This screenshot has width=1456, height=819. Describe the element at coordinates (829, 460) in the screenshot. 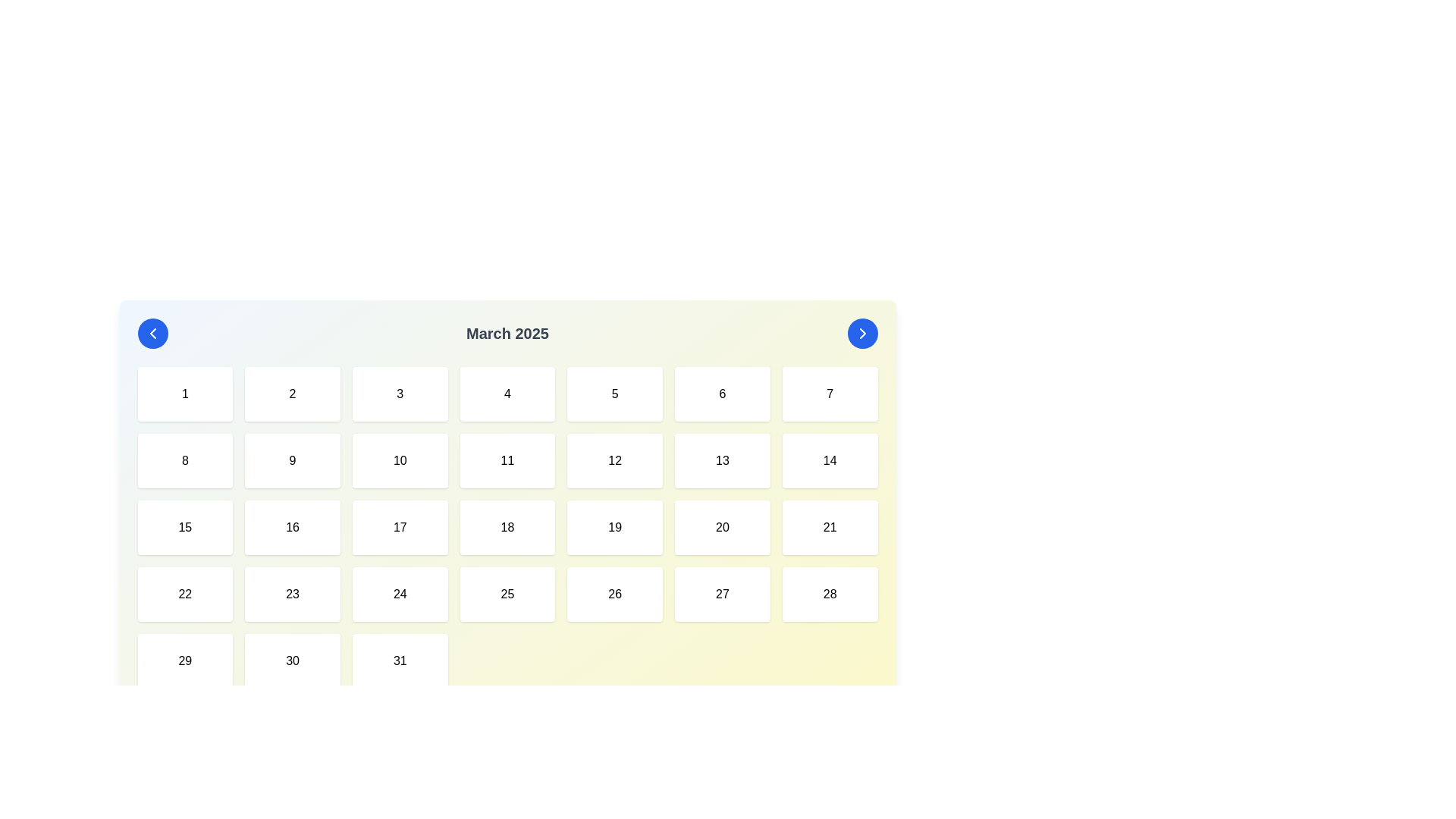

I see `the calendar button representing the 14th day of March 2025` at that location.